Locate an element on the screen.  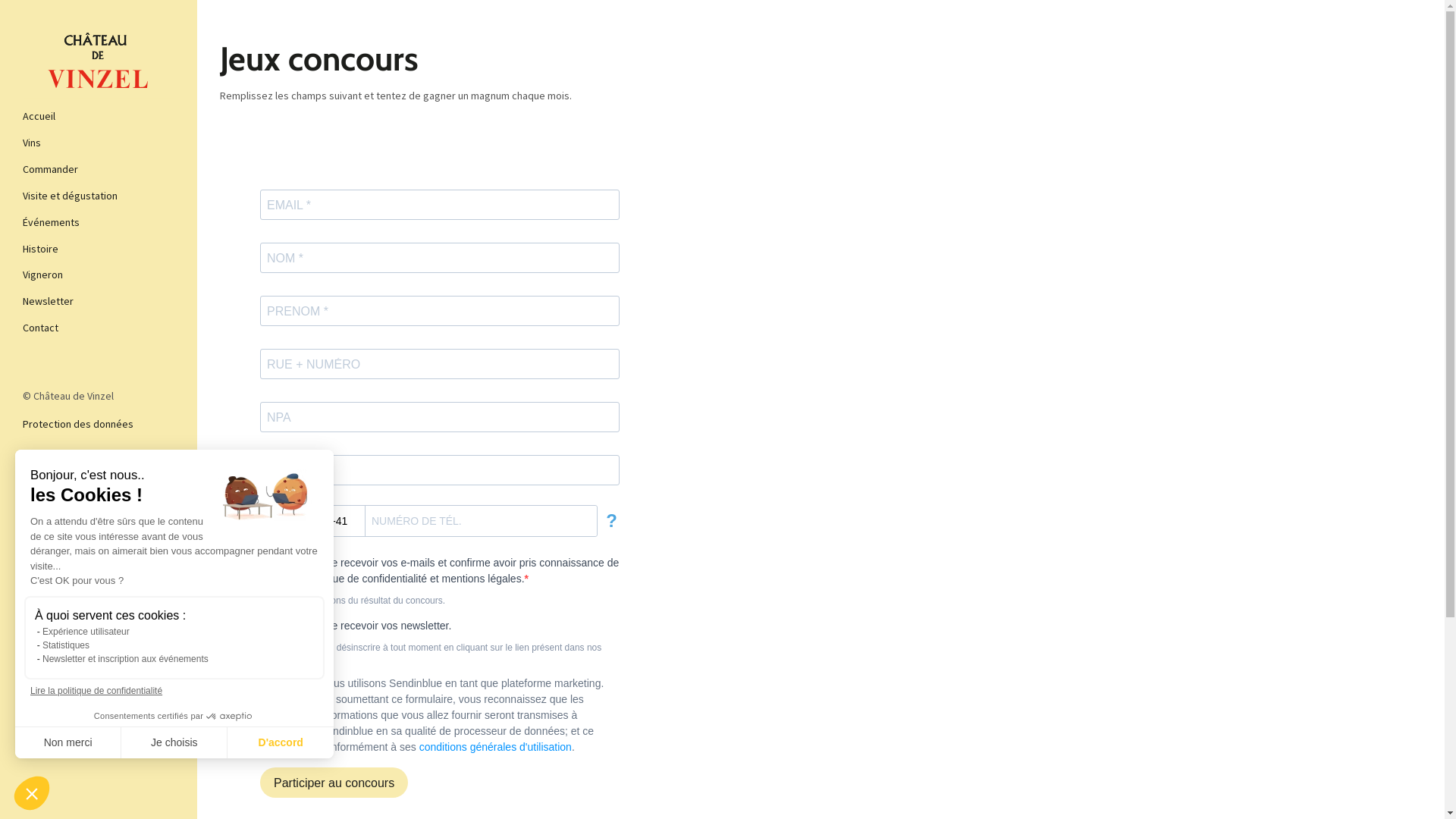
'Vins' is located at coordinates (22, 143).